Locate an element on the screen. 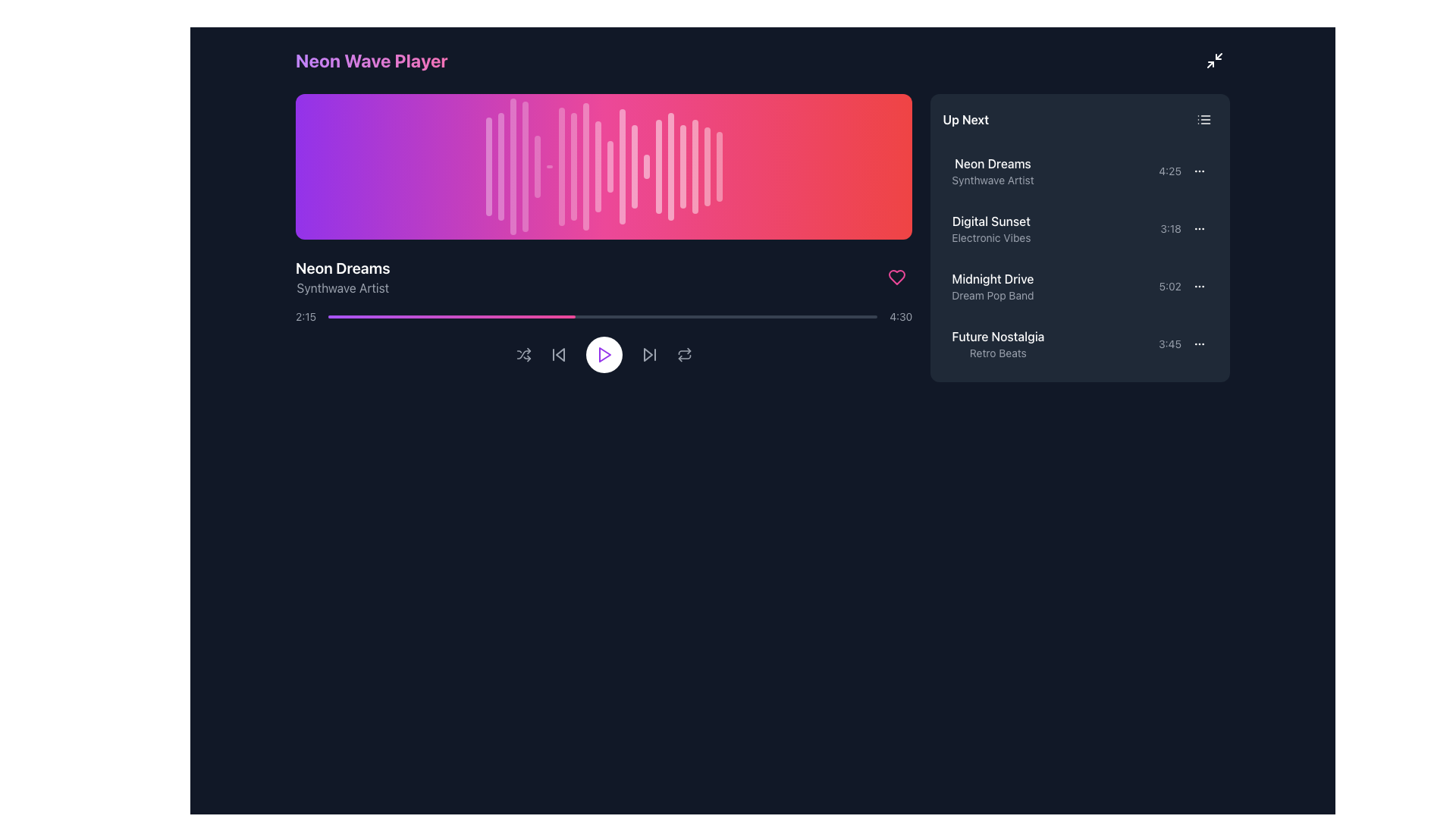  the animation of the eleventh vertical bar in the waveform display, which is styled white with rounded edges and is positioned towards the middle-right of the interface is located at coordinates (610, 166).